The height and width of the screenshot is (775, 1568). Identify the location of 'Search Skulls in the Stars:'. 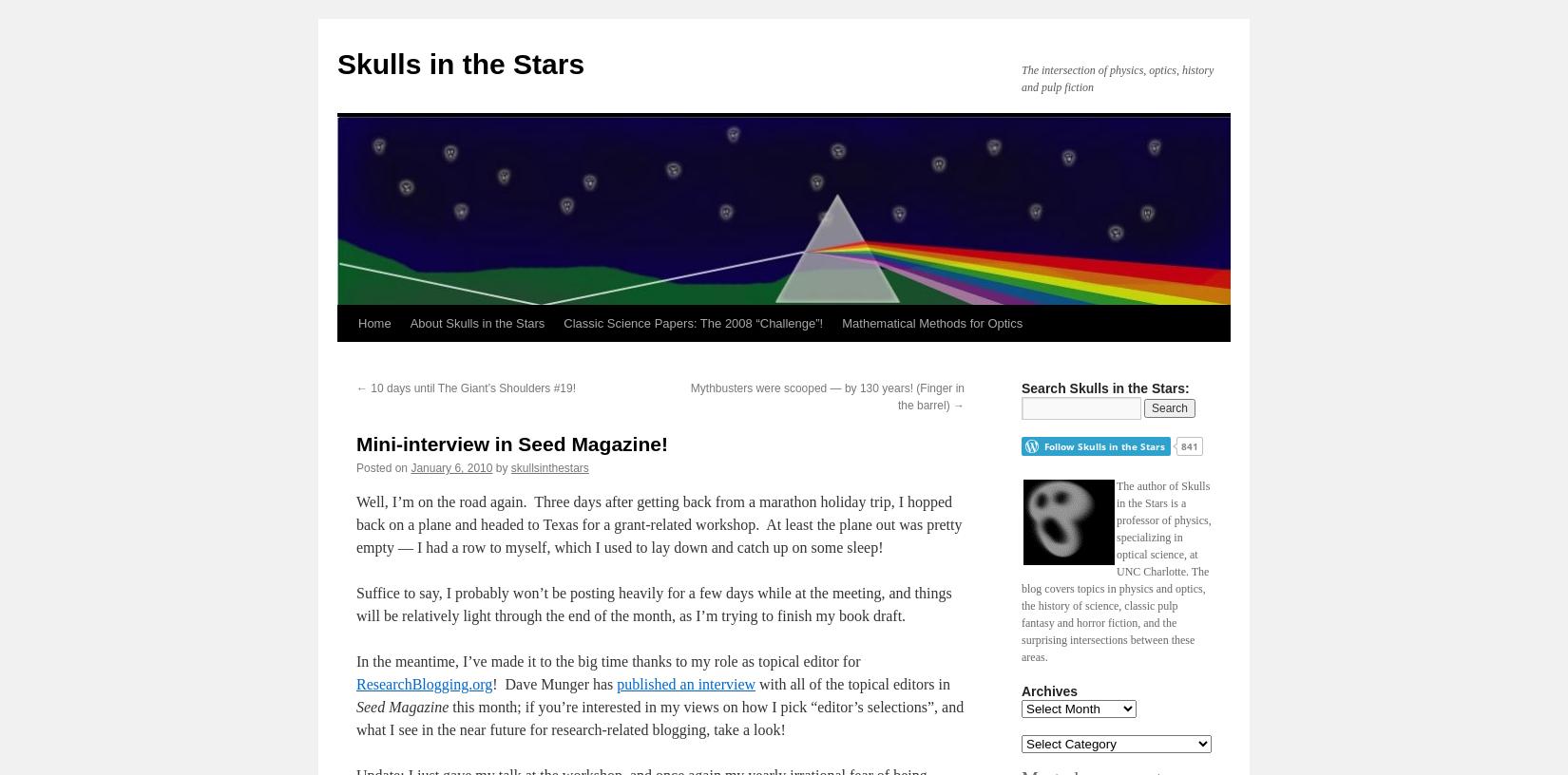
(1021, 387).